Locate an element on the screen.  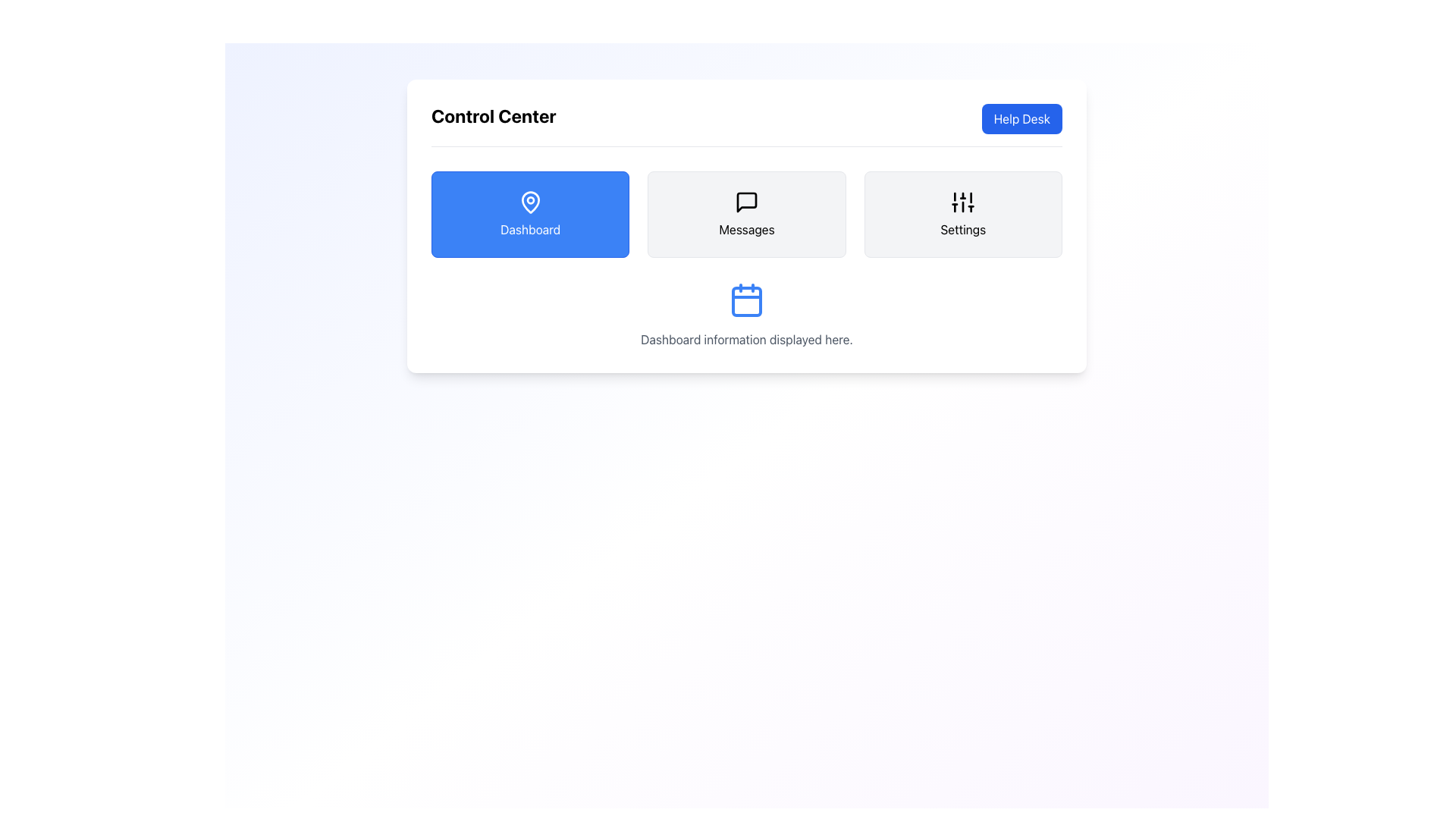
the calendar icon that visually supports date-related features, located beneath the control center header is located at coordinates (746, 300).